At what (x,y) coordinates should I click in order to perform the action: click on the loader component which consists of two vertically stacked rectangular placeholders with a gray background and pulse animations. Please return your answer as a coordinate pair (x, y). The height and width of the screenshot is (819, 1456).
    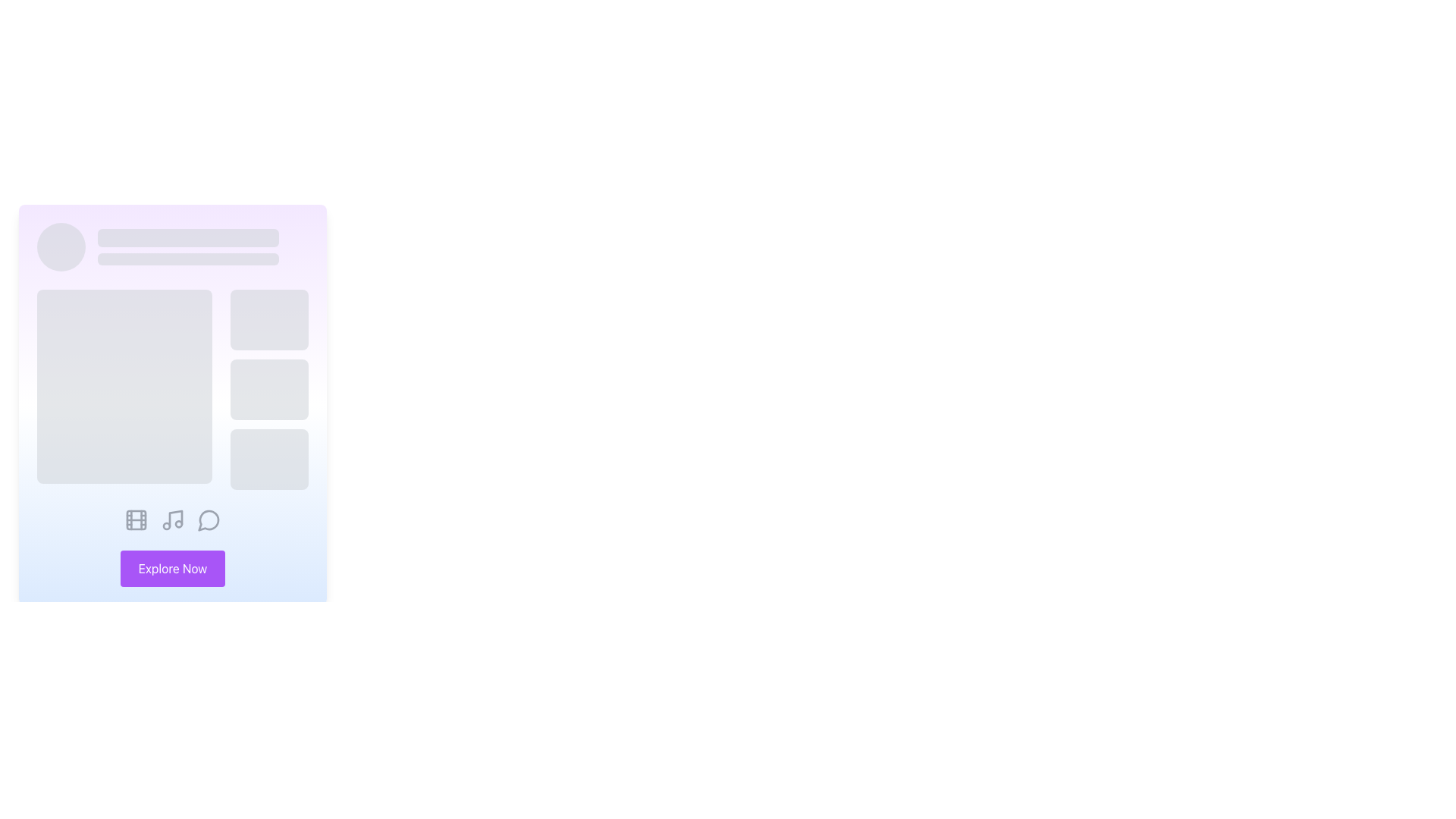
    Looking at the image, I should click on (187, 246).